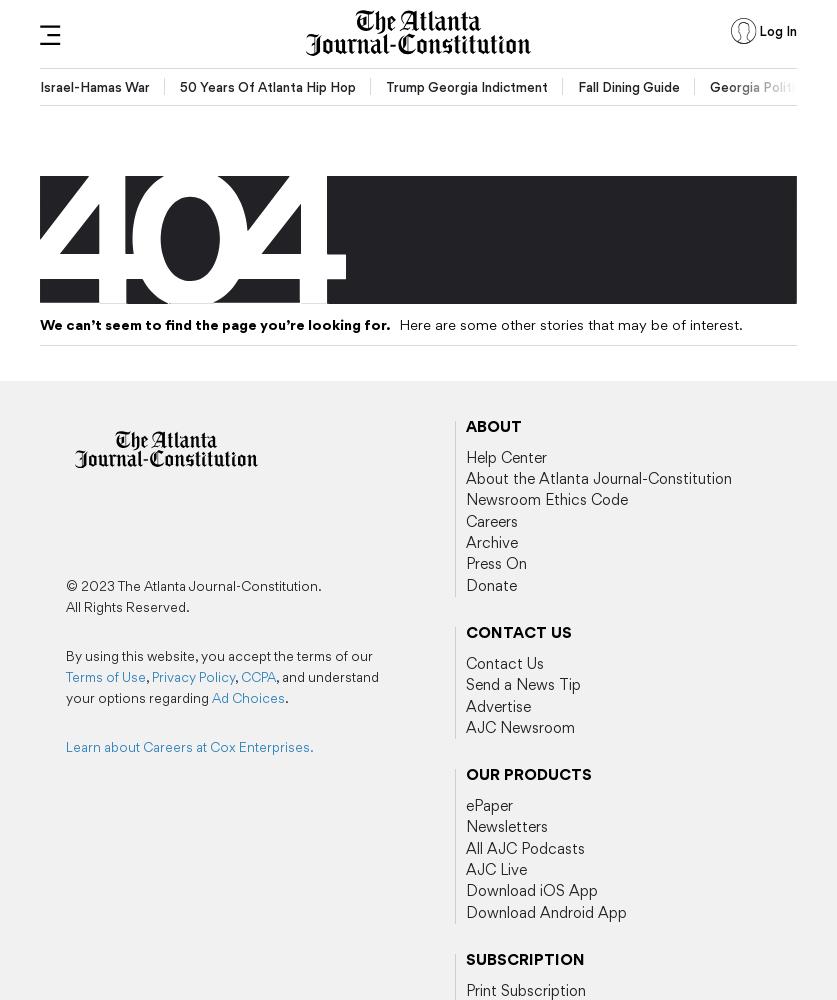 This screenshot has height=1000, width=837. I want to click on ', and understand your options regarding', so click(221, 687).